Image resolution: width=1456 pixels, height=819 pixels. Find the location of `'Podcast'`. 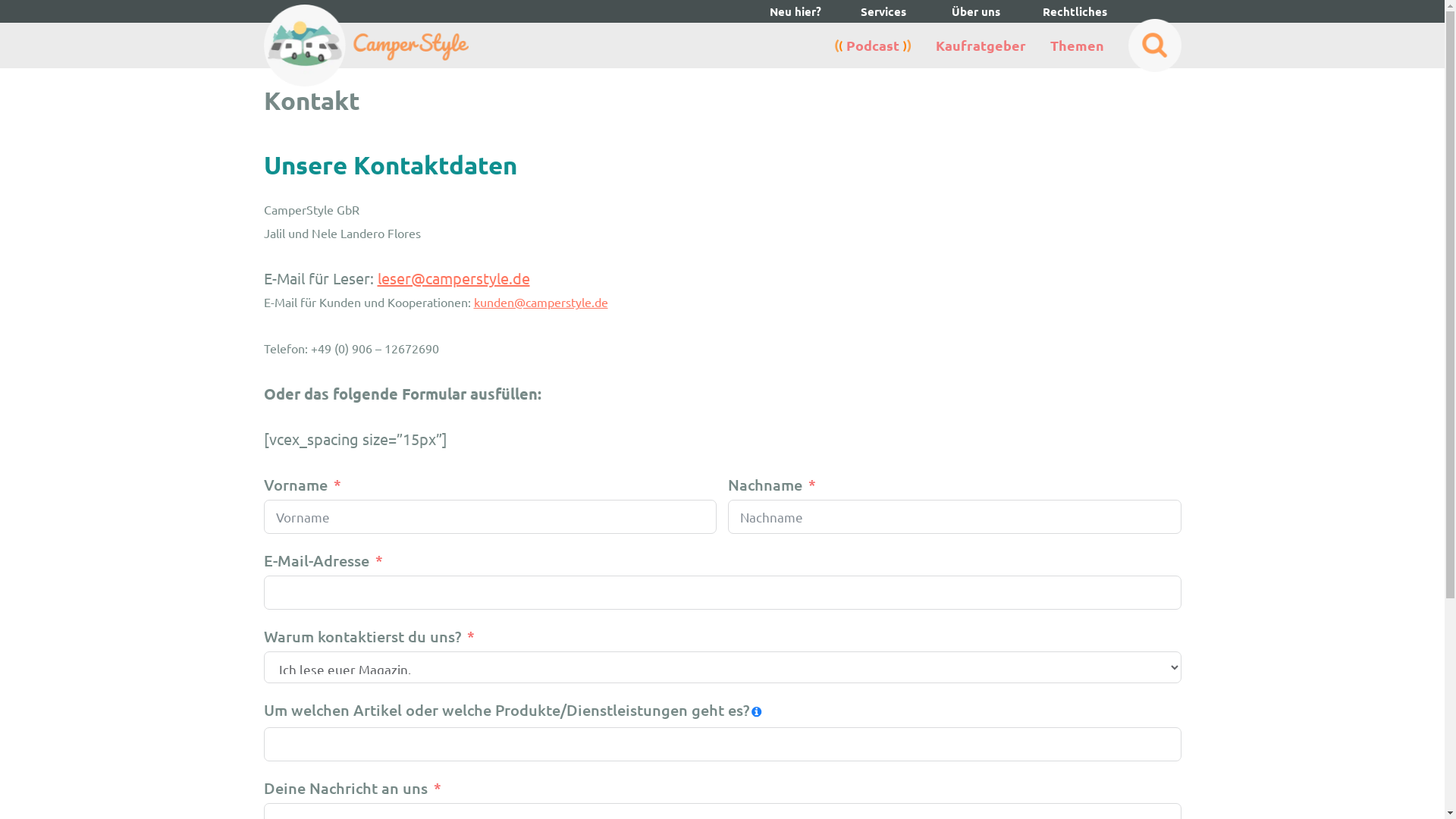

'Podcast' is located at coordinates (873, 44).